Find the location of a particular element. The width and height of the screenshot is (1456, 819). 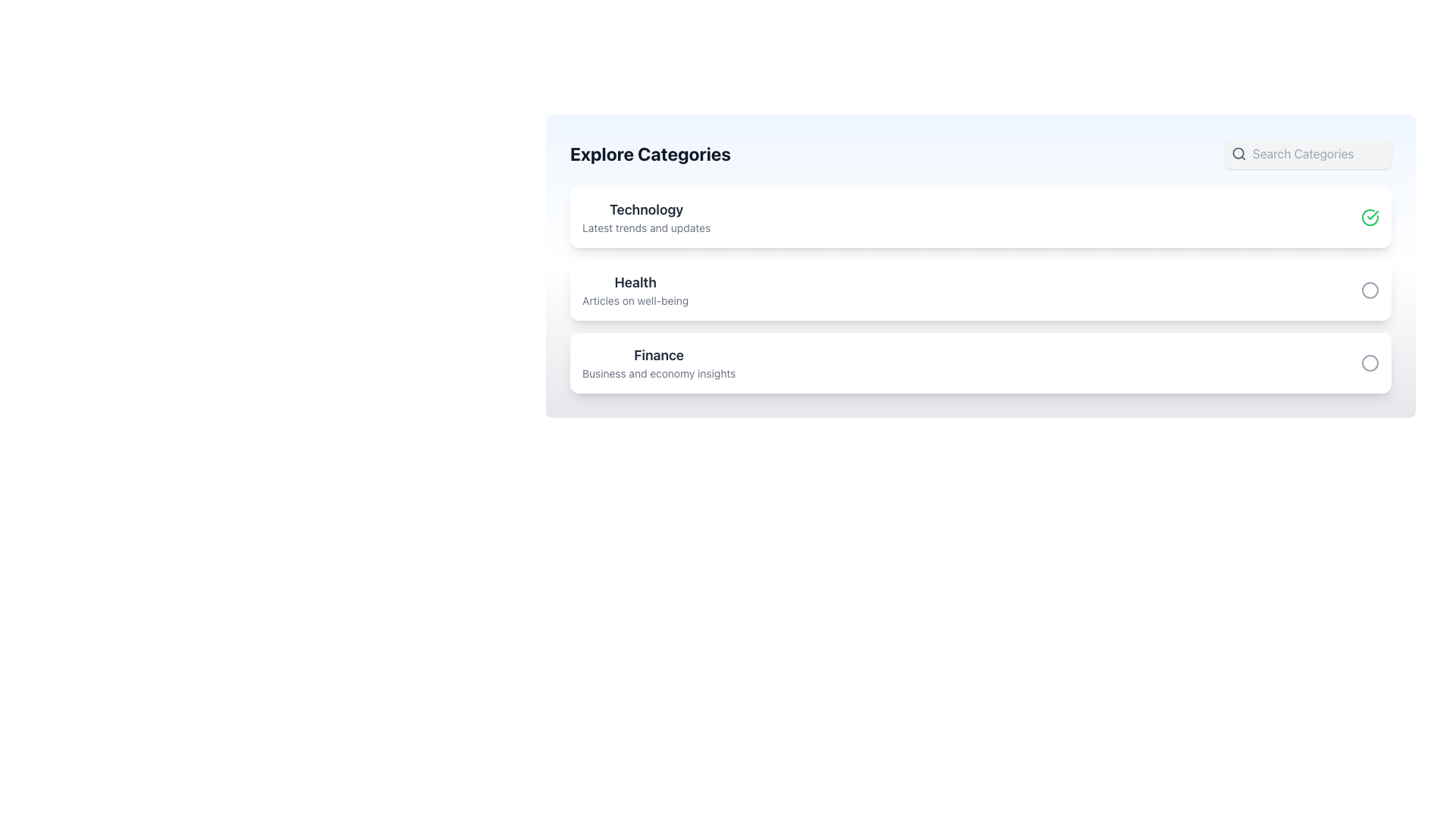

the search icon located in the top-right corner of the interface, which serves as a visual indicator for search functionality is located at coordinates (1238, 154).